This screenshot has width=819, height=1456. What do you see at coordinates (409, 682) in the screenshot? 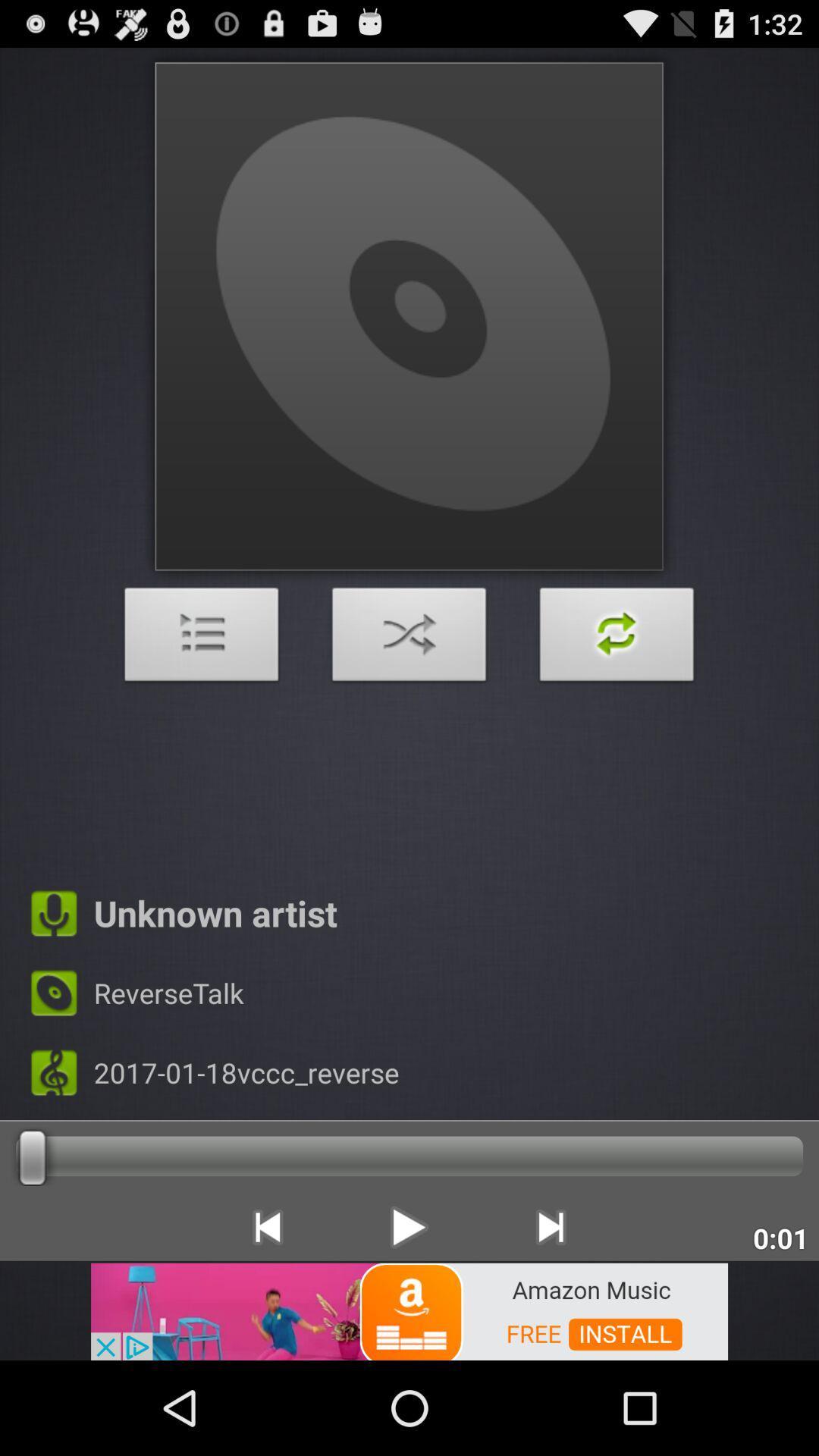
I see `the close icon` at bounding box center [409, 682].